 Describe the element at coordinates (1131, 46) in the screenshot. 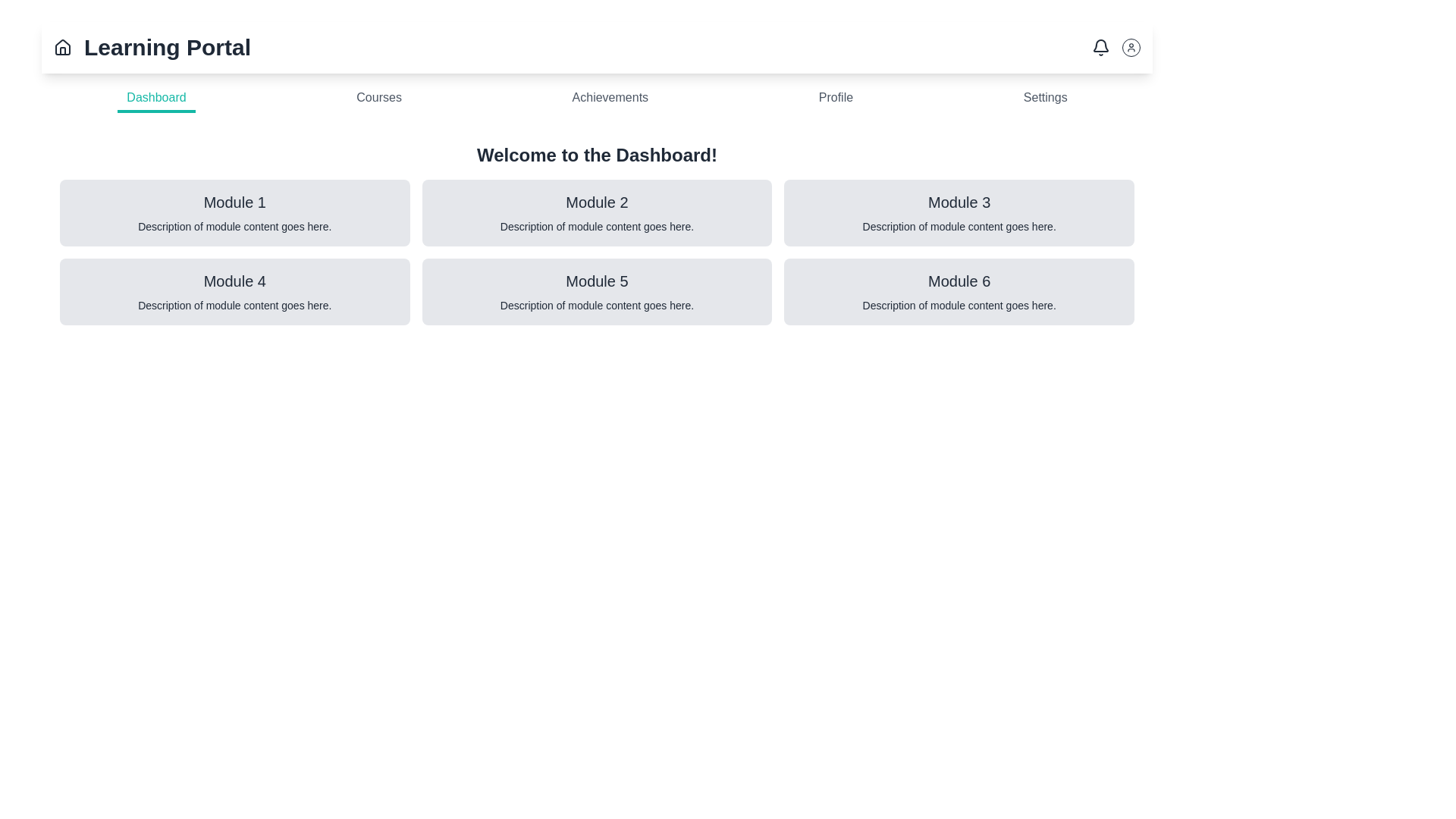

I see `the user profile icon button located in the top-right corner of the interface` at that location.